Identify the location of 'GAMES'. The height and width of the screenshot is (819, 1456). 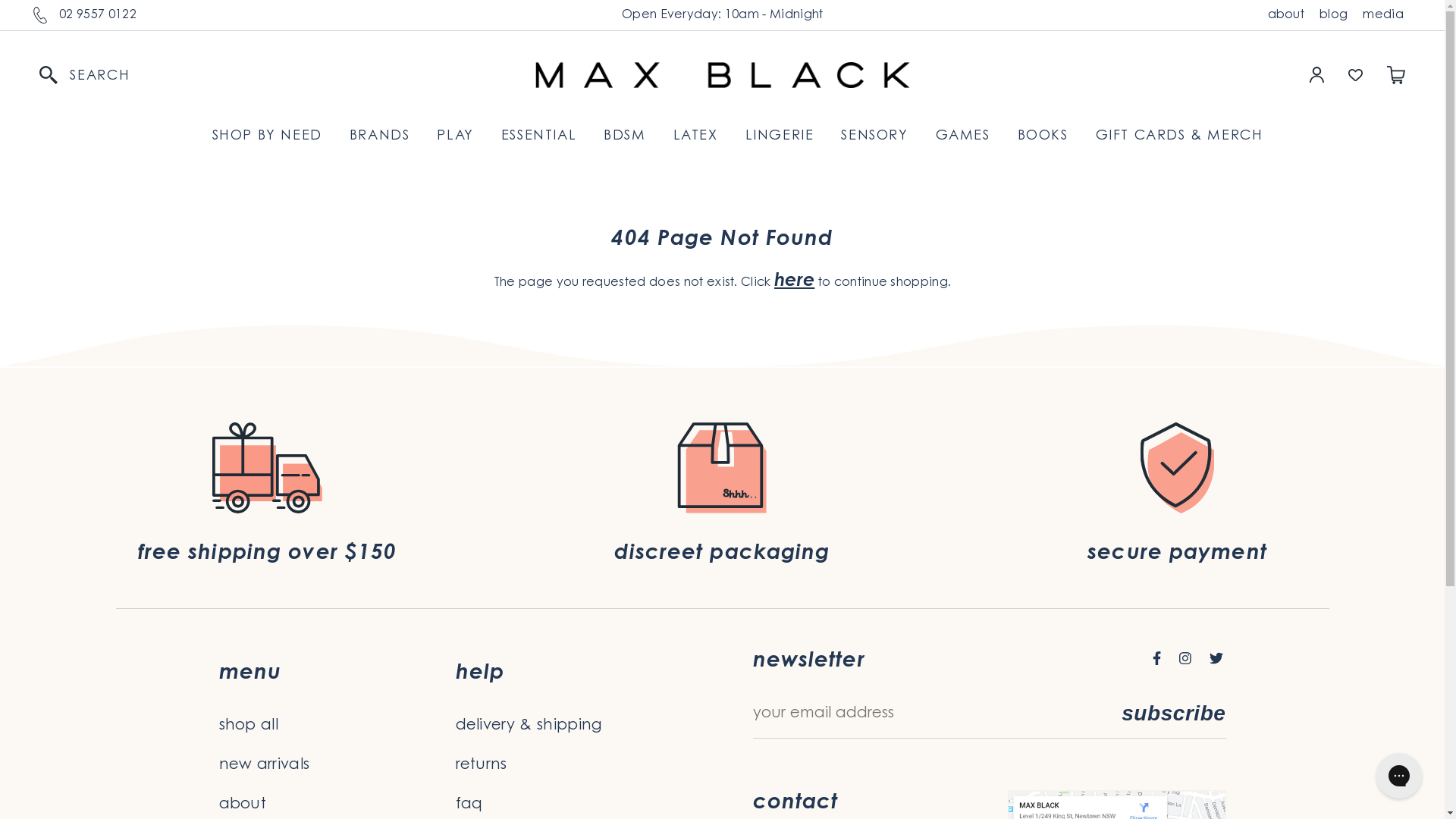
(962, 136).